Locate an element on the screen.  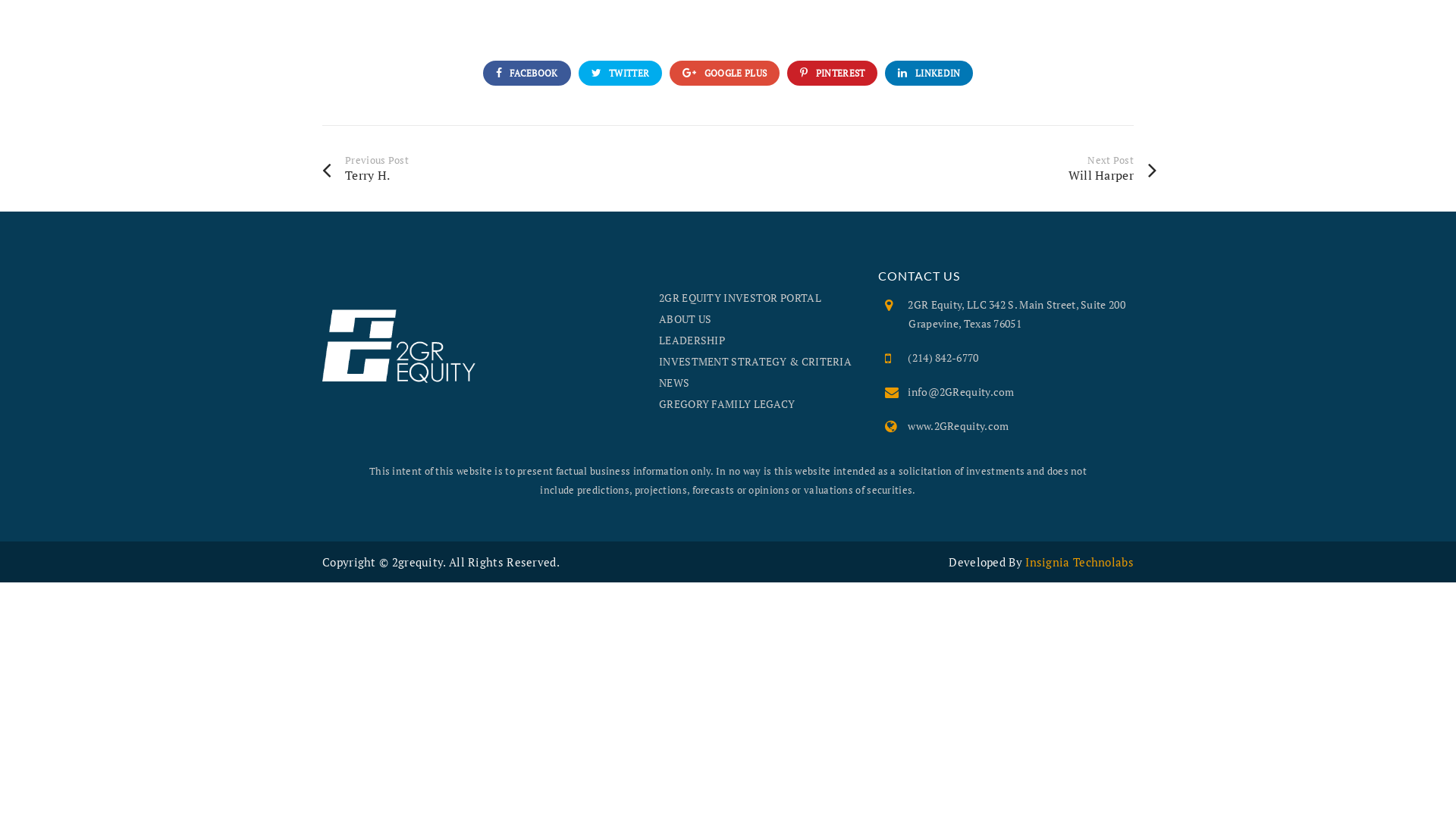
'INVESTORS' is located at coordinates (1357, 30).